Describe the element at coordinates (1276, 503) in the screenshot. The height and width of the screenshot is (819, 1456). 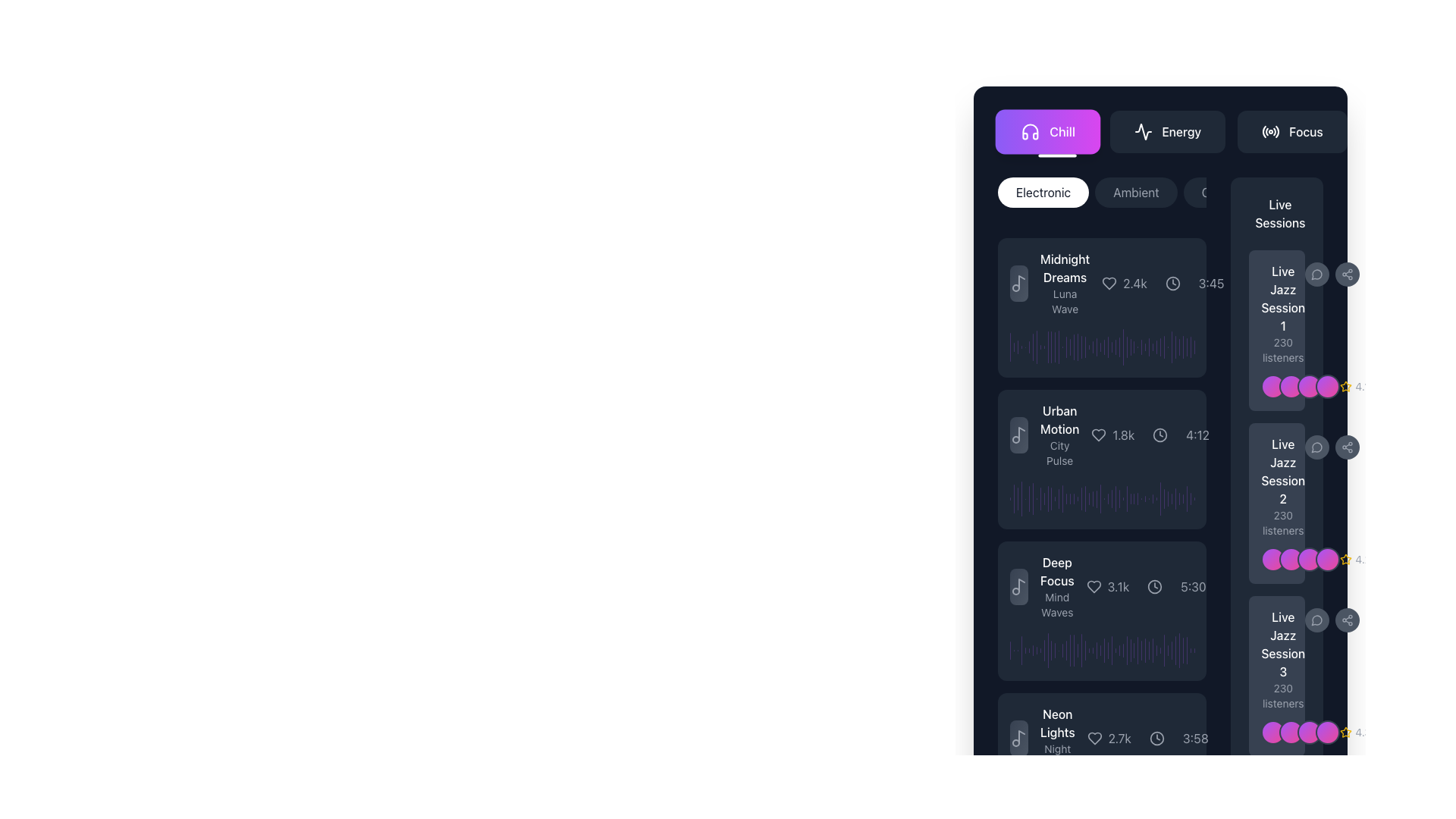
I see `the second Informational card about the live jazz session` at that location.